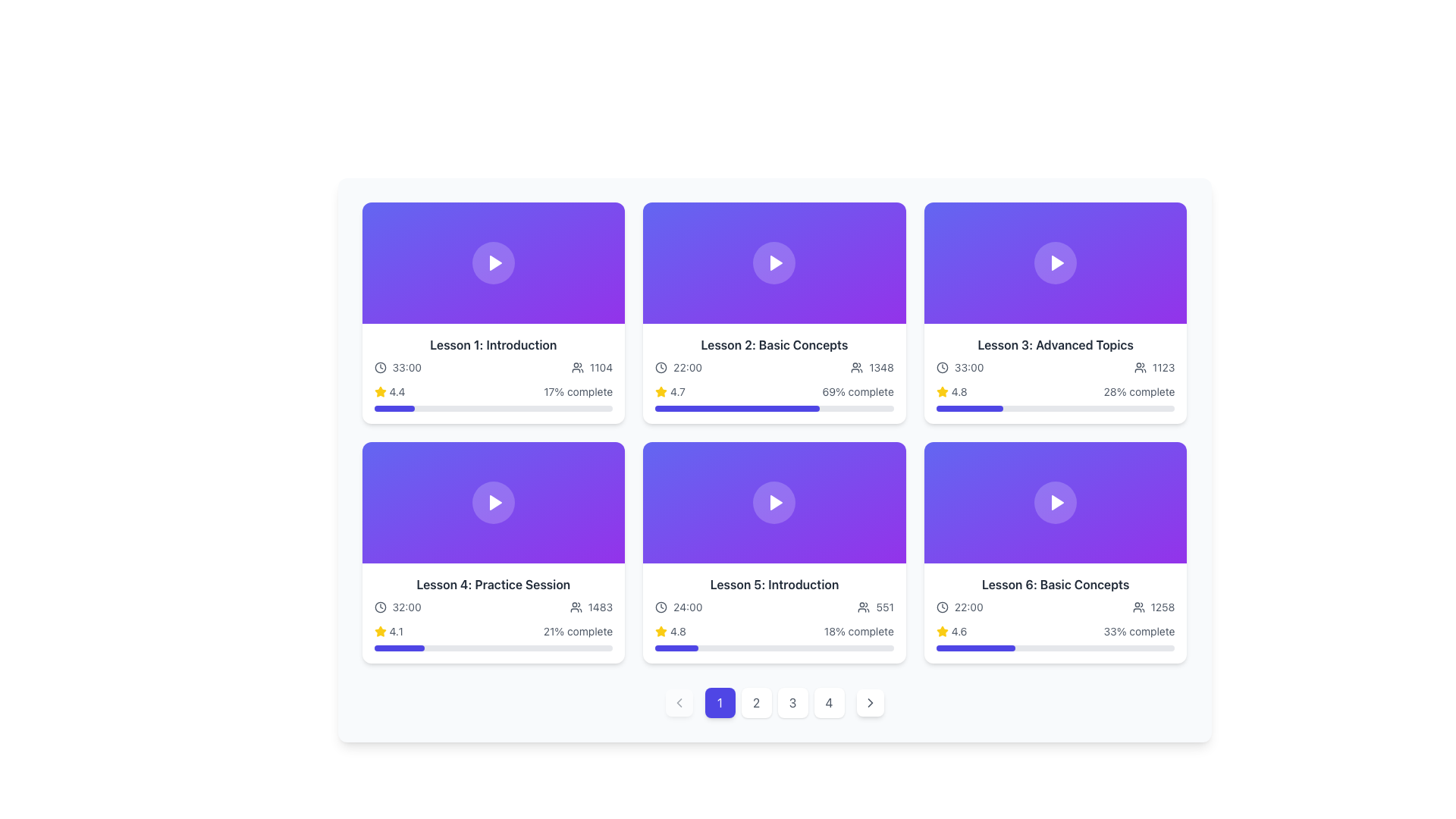 This screenshot has width=1456, height=819. Describe the element at coordinates (968, 408) in the screenshot. I see `the progress bar located in the bottom section of the third card in the top row of a grid layout, which visually indicates the completion level of a task` at that location.